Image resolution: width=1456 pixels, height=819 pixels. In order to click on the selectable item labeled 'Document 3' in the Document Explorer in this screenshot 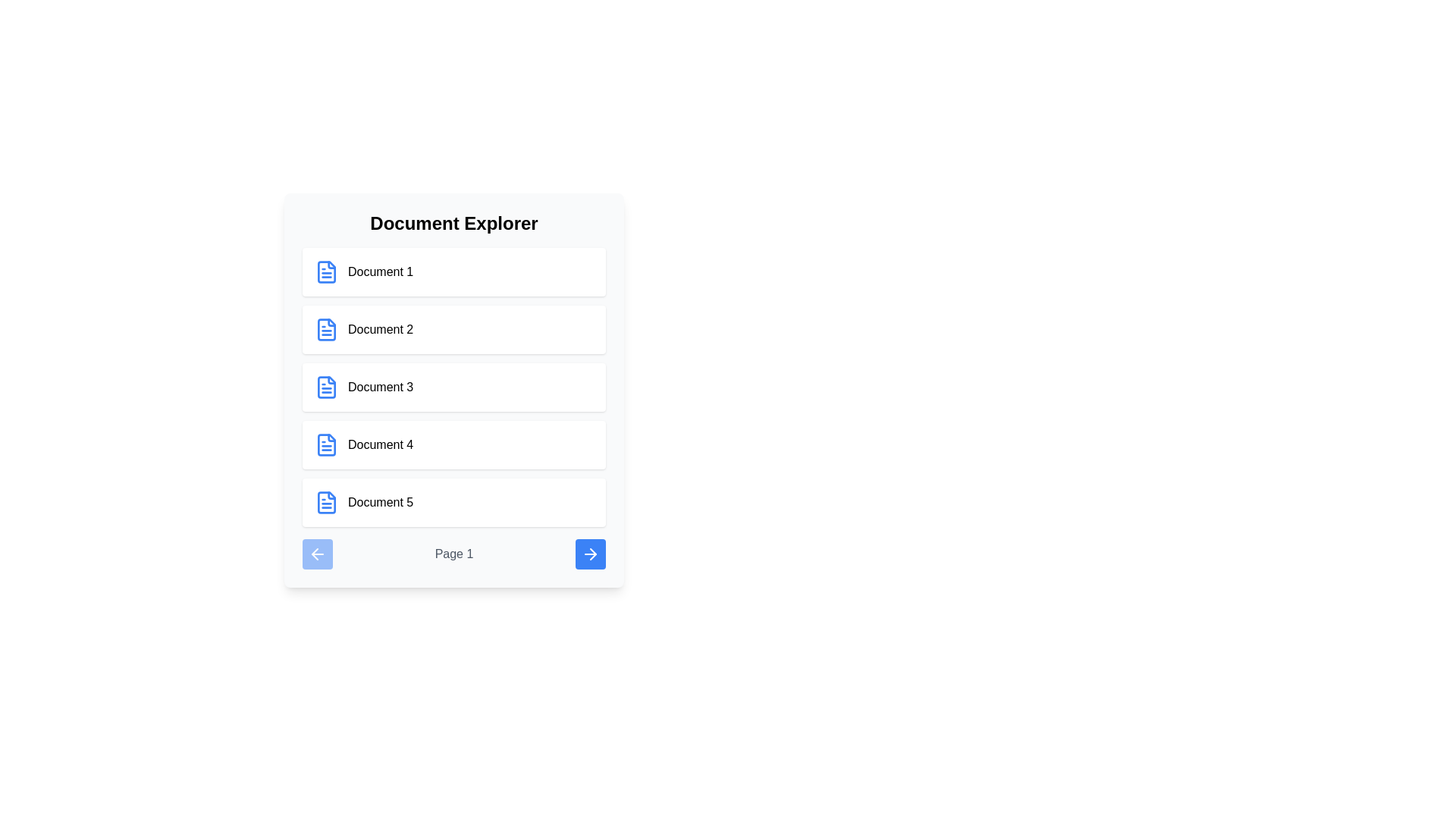, I will do `click(453, 386)`.